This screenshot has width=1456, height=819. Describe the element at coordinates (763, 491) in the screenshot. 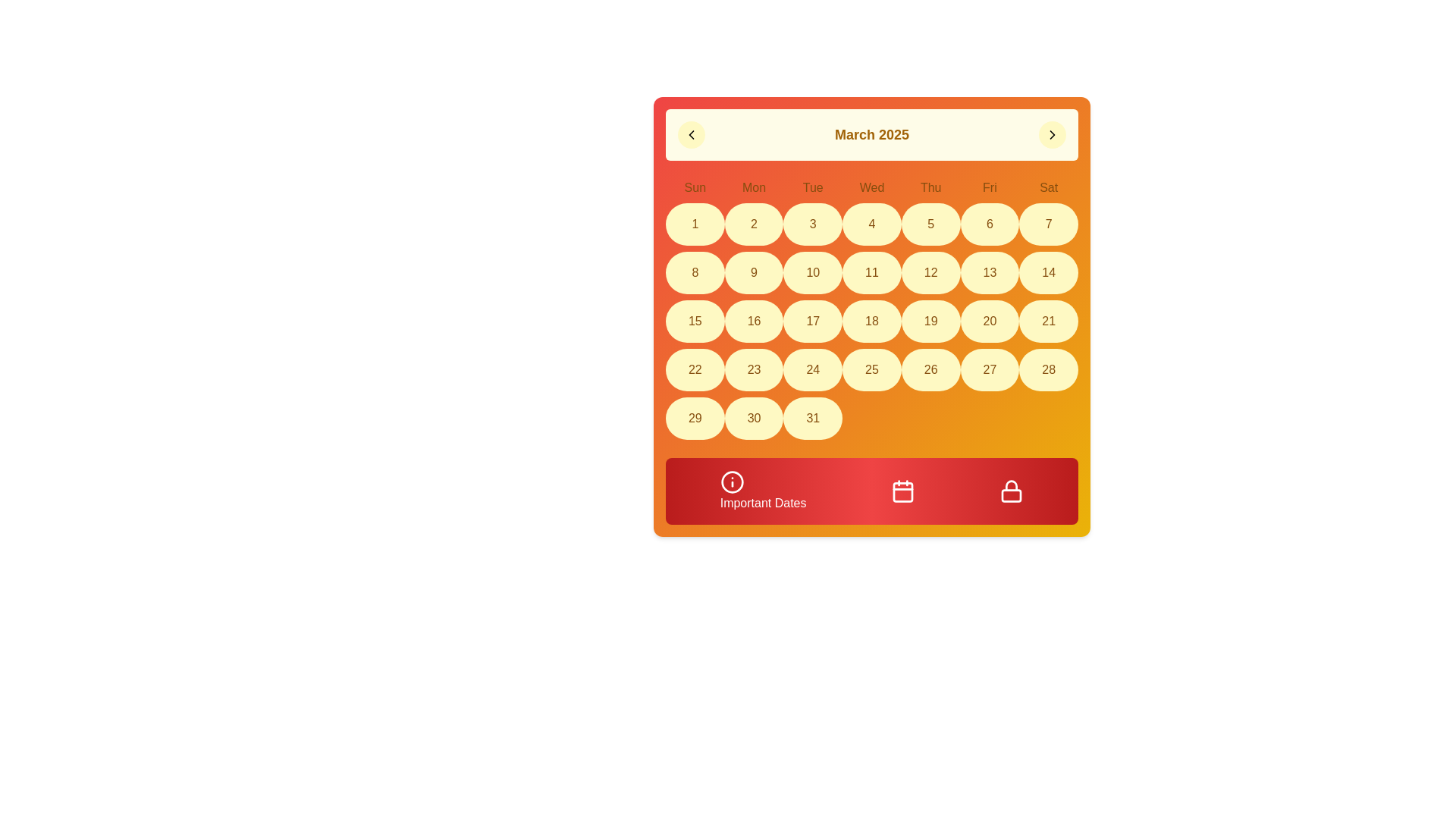

I see `the button labeled 'Important Dates' with a gradient red background, located at the bottom left of the interface` at that location.